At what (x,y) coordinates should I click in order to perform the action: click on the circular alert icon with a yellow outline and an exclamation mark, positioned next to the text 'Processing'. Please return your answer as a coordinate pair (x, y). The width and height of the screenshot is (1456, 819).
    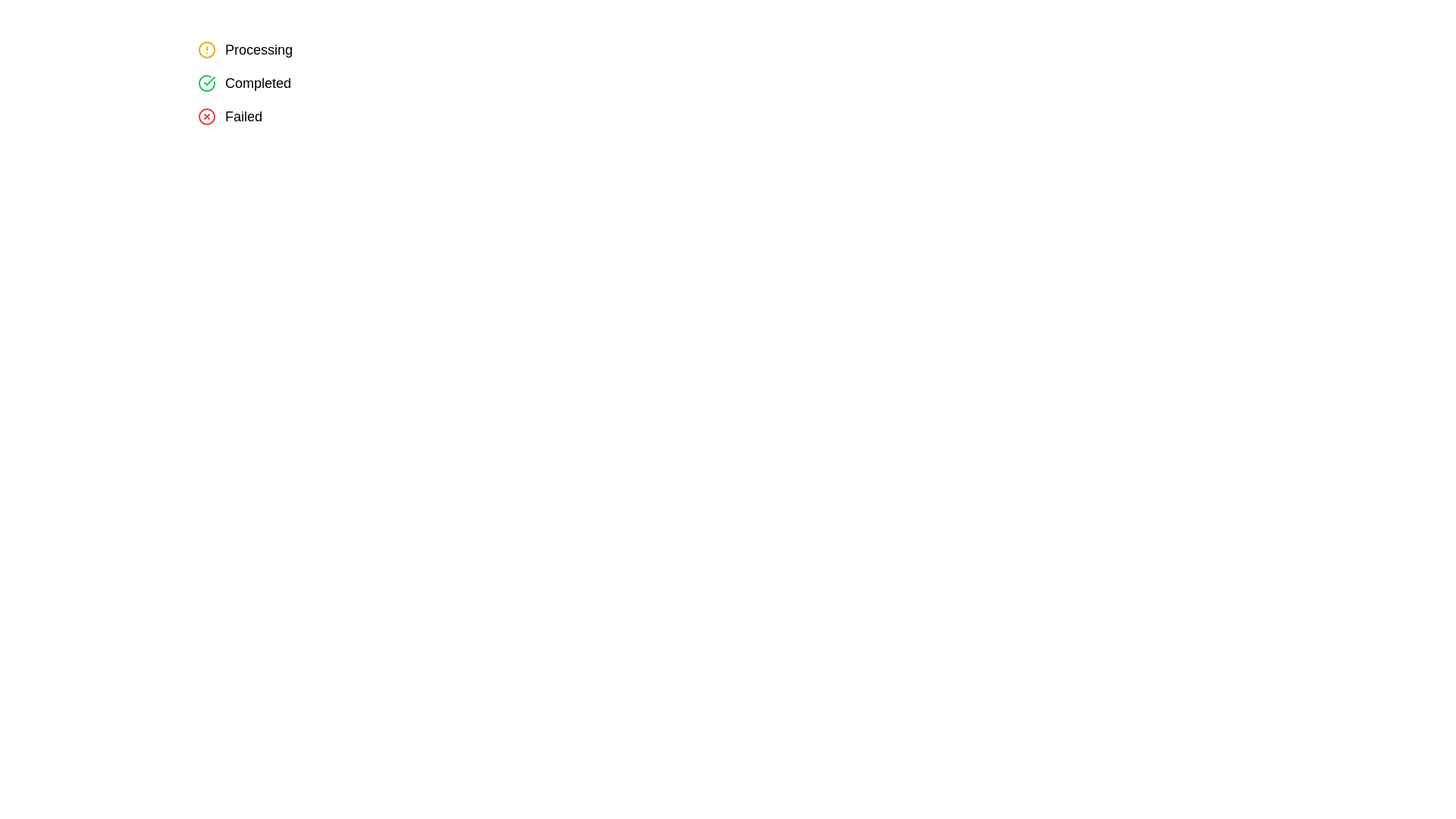
    Looking at the image, I should click on (206, 49).